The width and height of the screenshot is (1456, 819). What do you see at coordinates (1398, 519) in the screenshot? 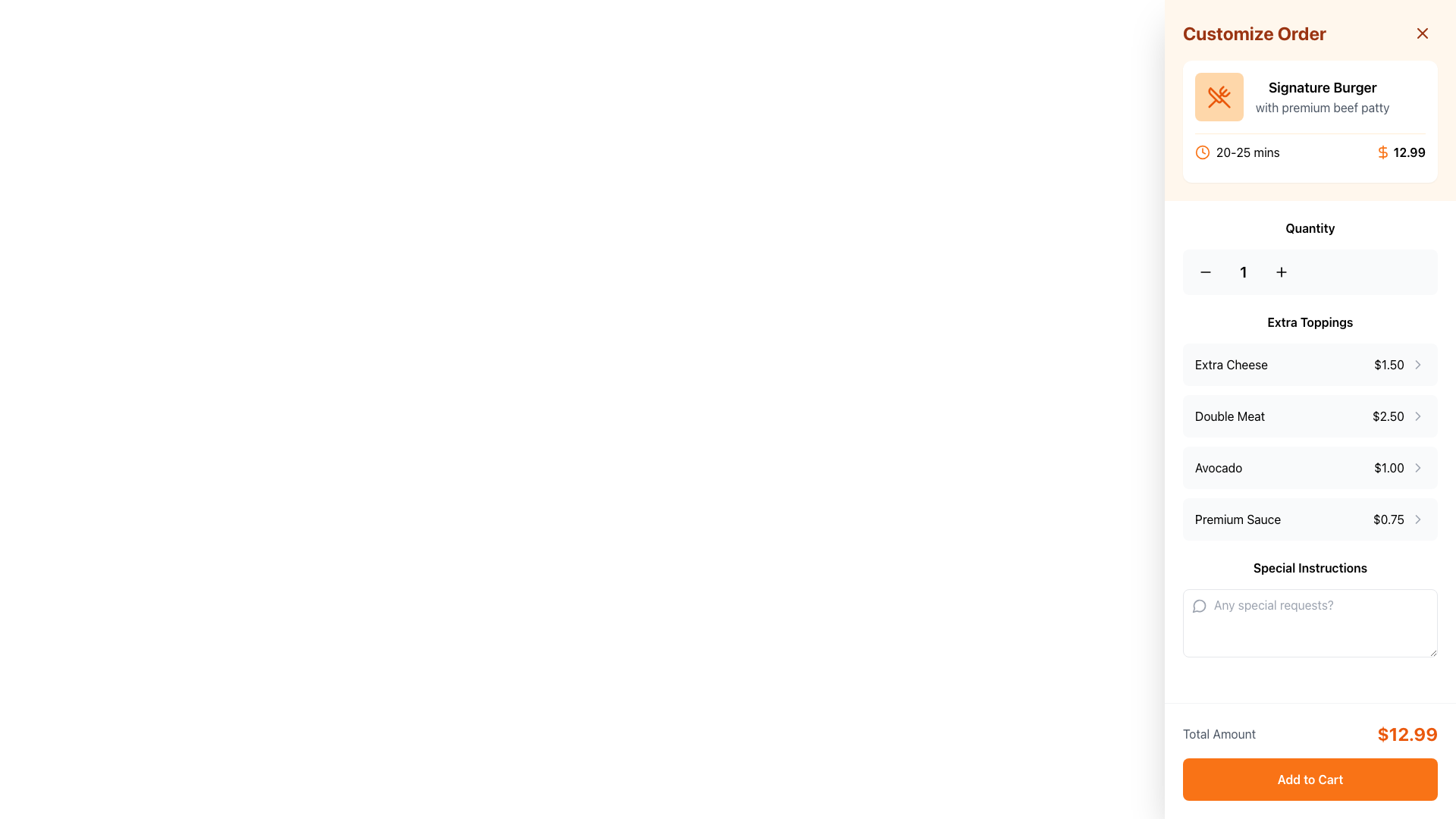
I see `the clickable label displaying the price of the 'Premium Sauce' topping` at bounding box center [1398, 519].